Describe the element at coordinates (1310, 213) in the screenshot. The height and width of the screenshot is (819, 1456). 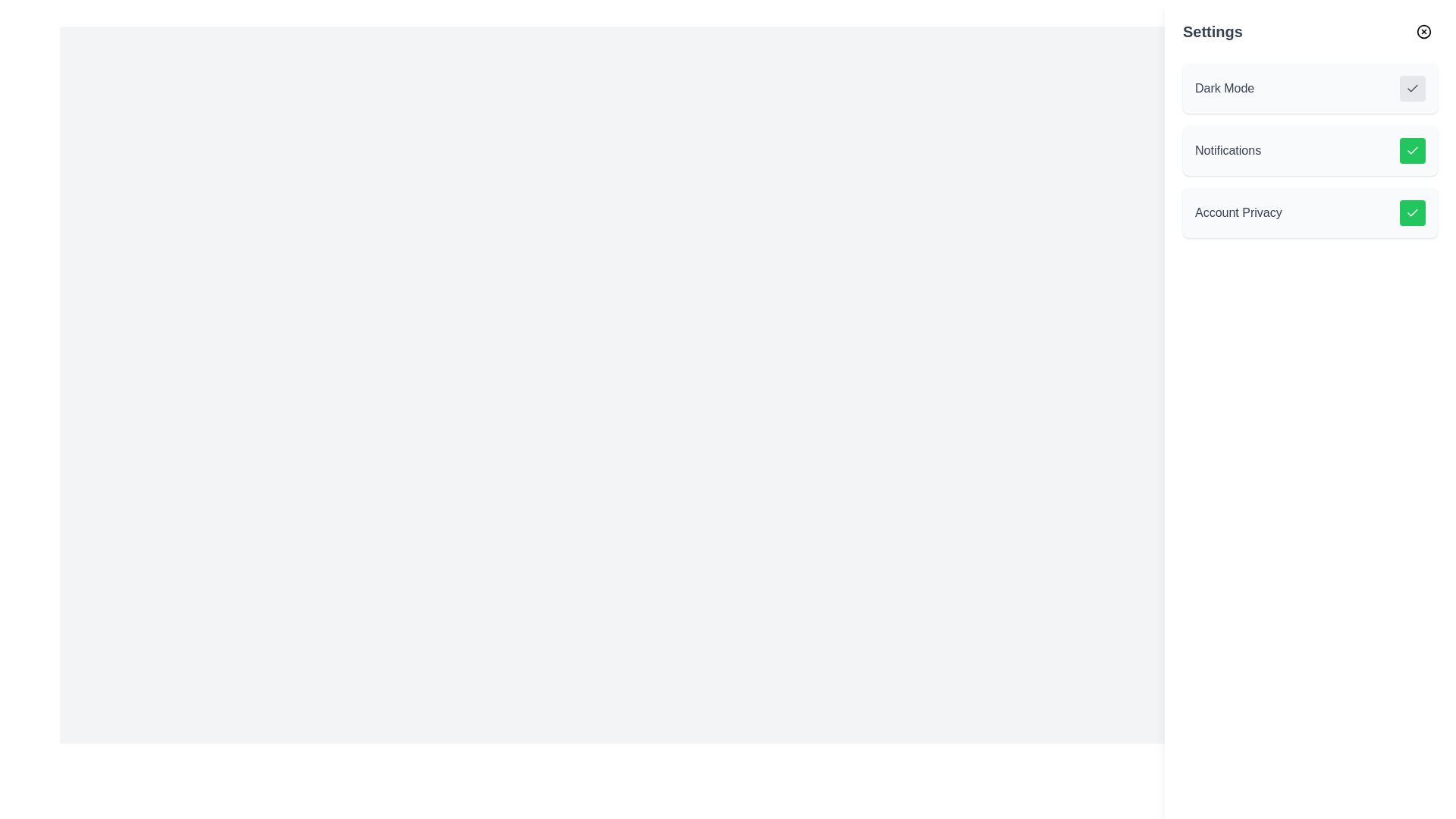
I see `the green button in the third item of the vertically stacked settings list` at that location.